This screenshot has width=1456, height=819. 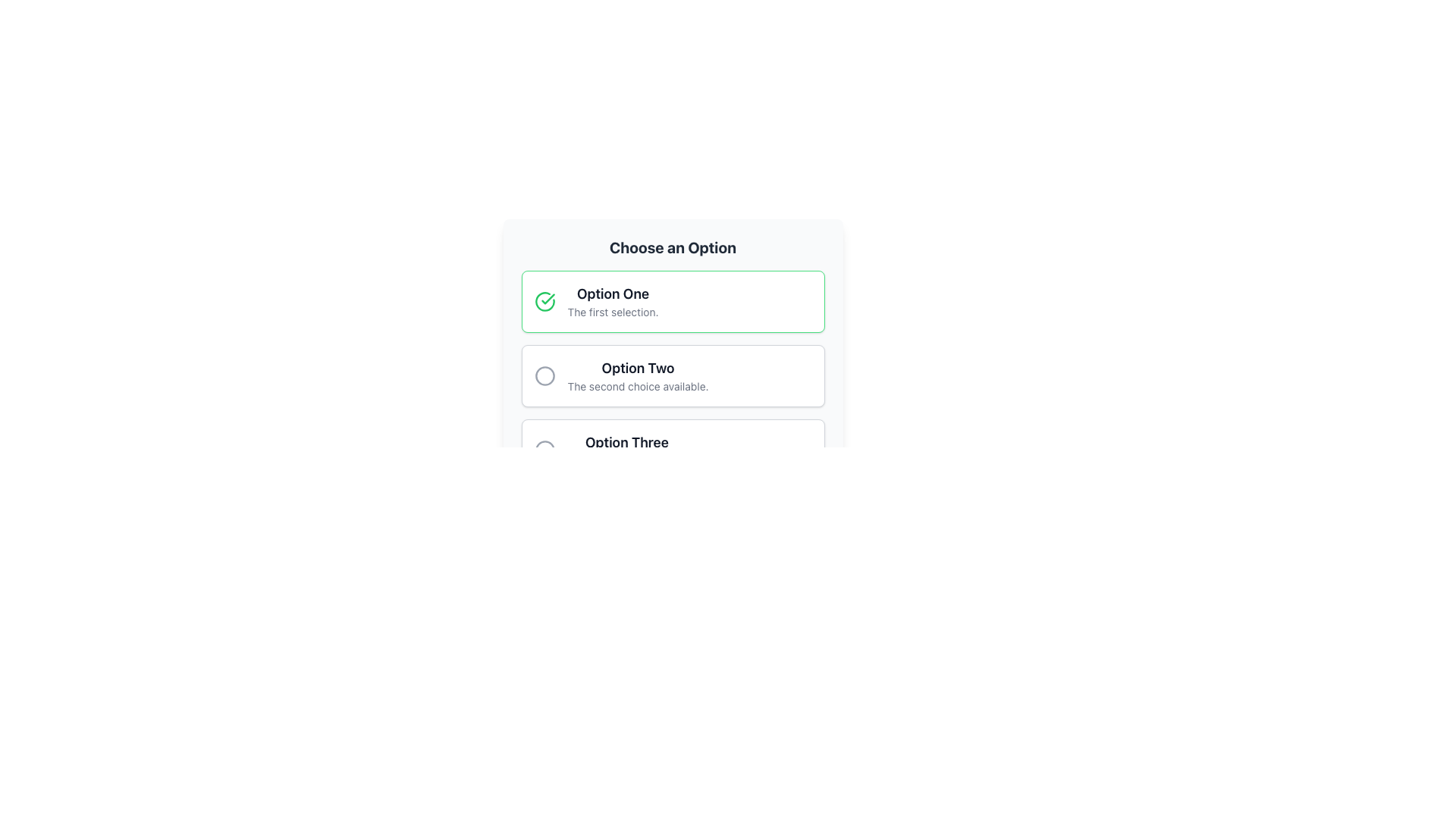 I want to click on the Circle Indicator that is a circular icon with a thin stroke, located to the left of the text option 'Option Three', which is the third selectable indicator from the top, so click(x=544, y=450).